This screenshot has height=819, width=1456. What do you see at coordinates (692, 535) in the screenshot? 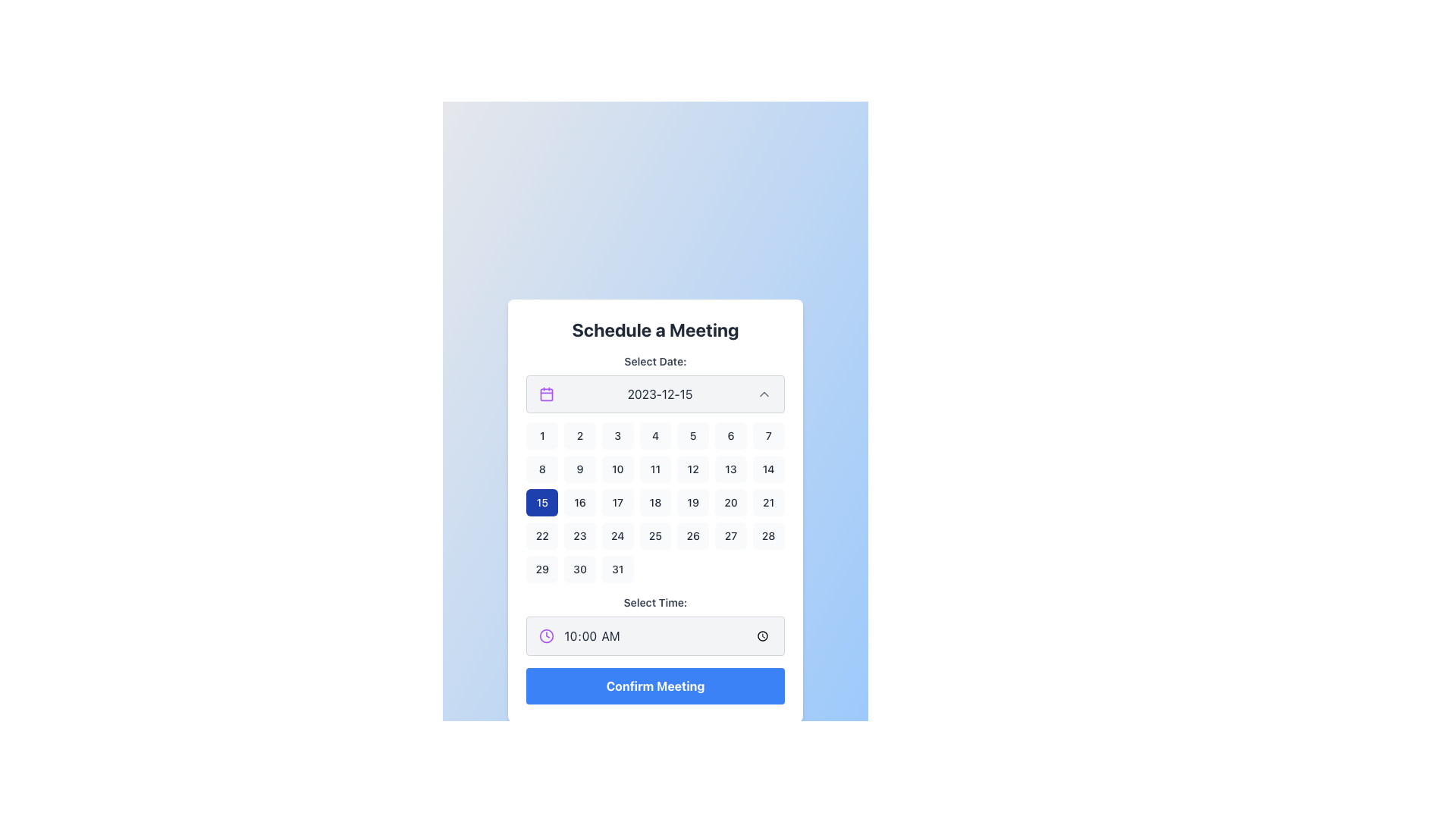
I see `the calendar date button displaying '26'` at bounding box center [692, 535].